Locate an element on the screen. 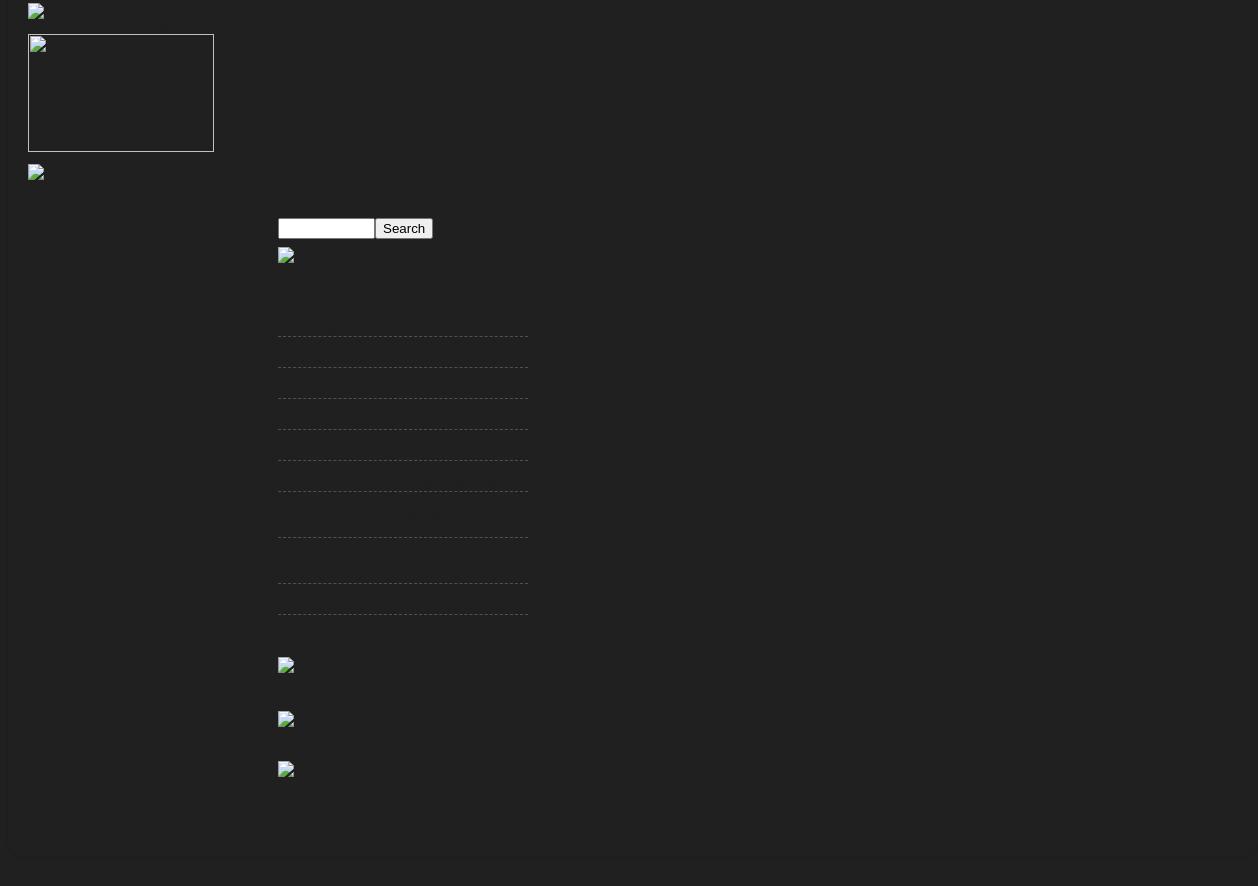 Image resolution: width=1258 pixels, height=886 pixels. 'Search Site' is located at coordinates (326, 200).